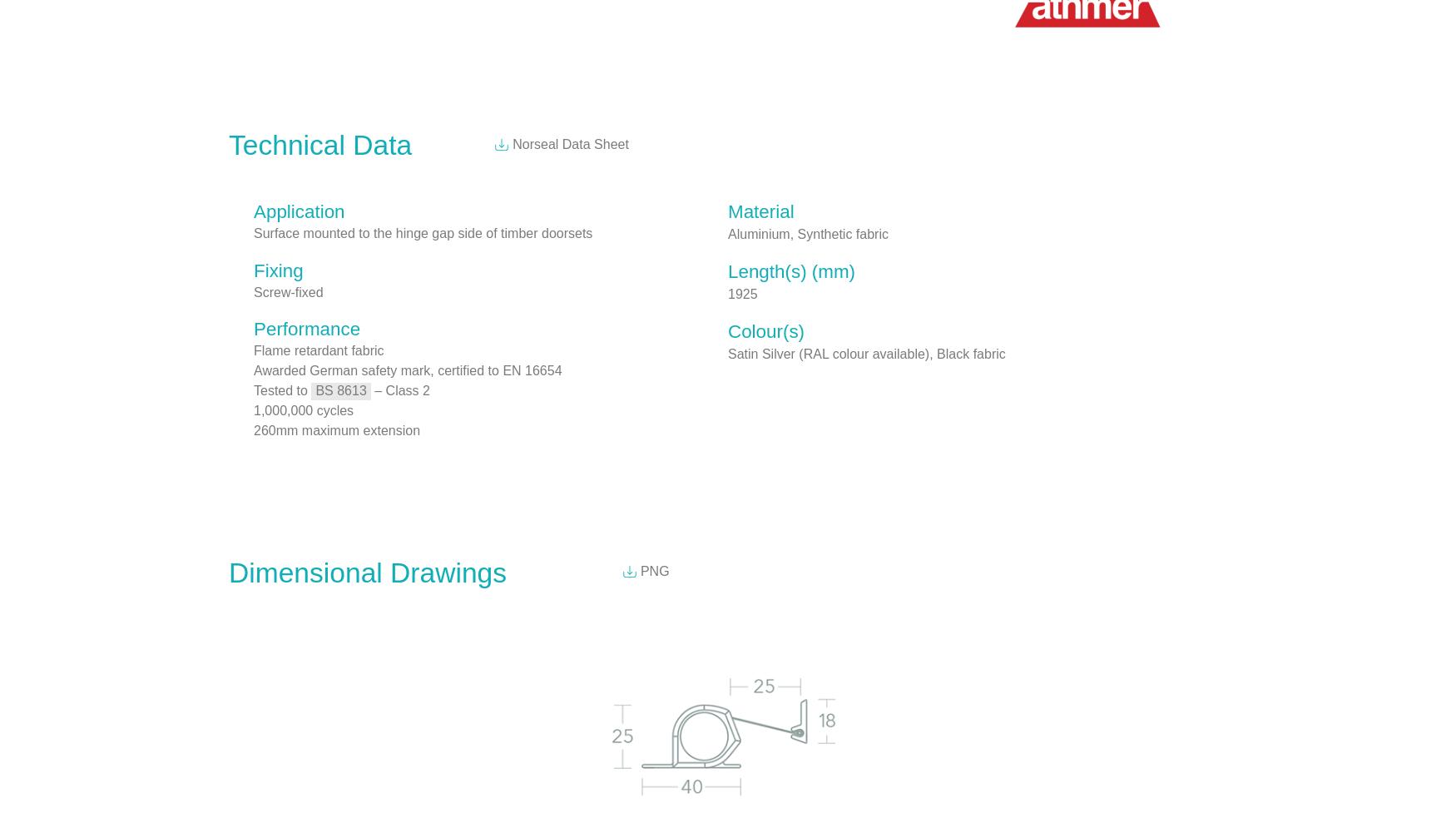 The image size is (1456, 828). I want to click on '260mm maximum extension', so click(253, 429).